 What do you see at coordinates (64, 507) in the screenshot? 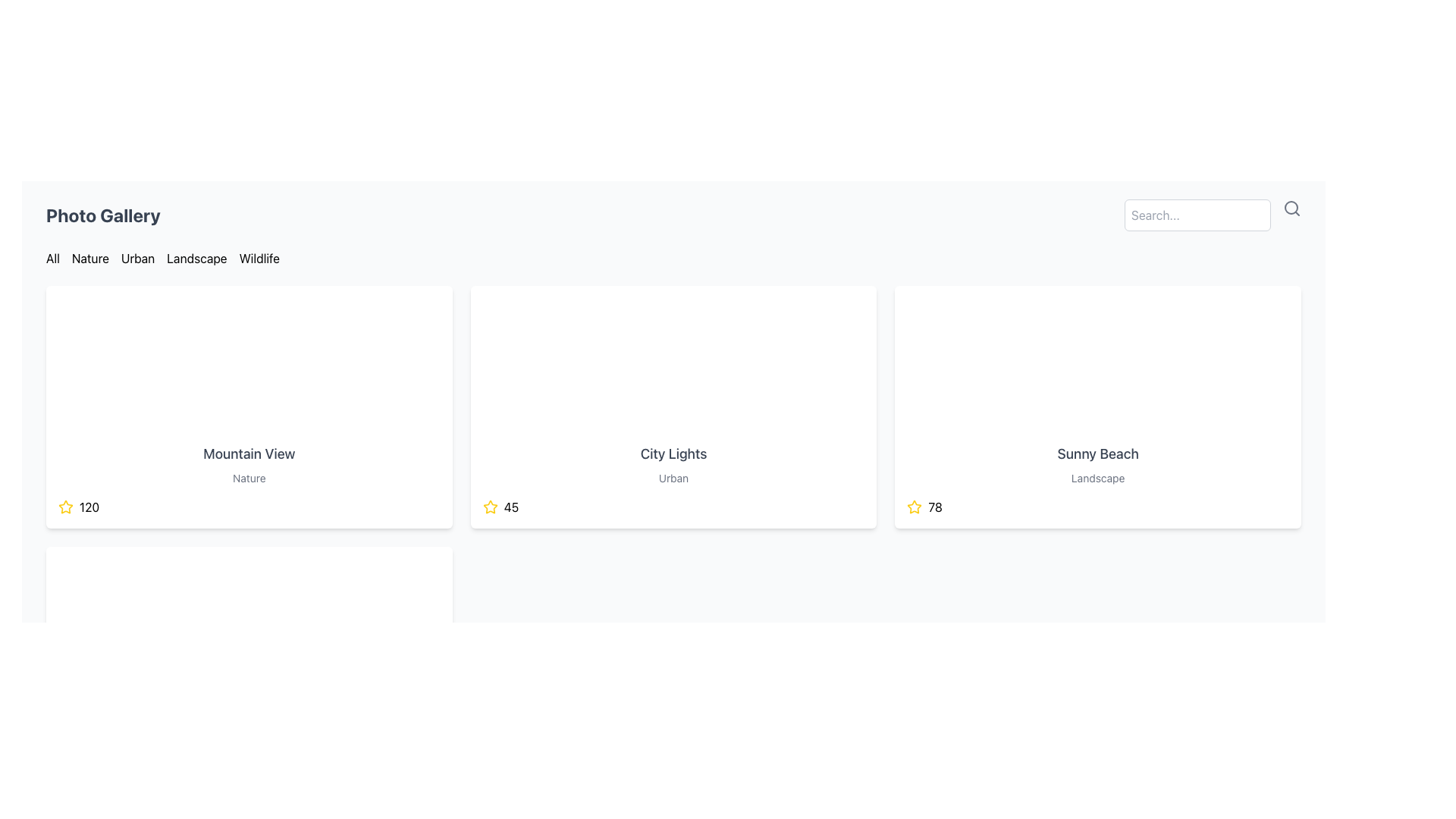
I see `the icon that indicates ratings or favorites, located to the left of the numeric text '120' in the bottom-left corner of the 'Mountain View' card` at bounding box center [64, 507].